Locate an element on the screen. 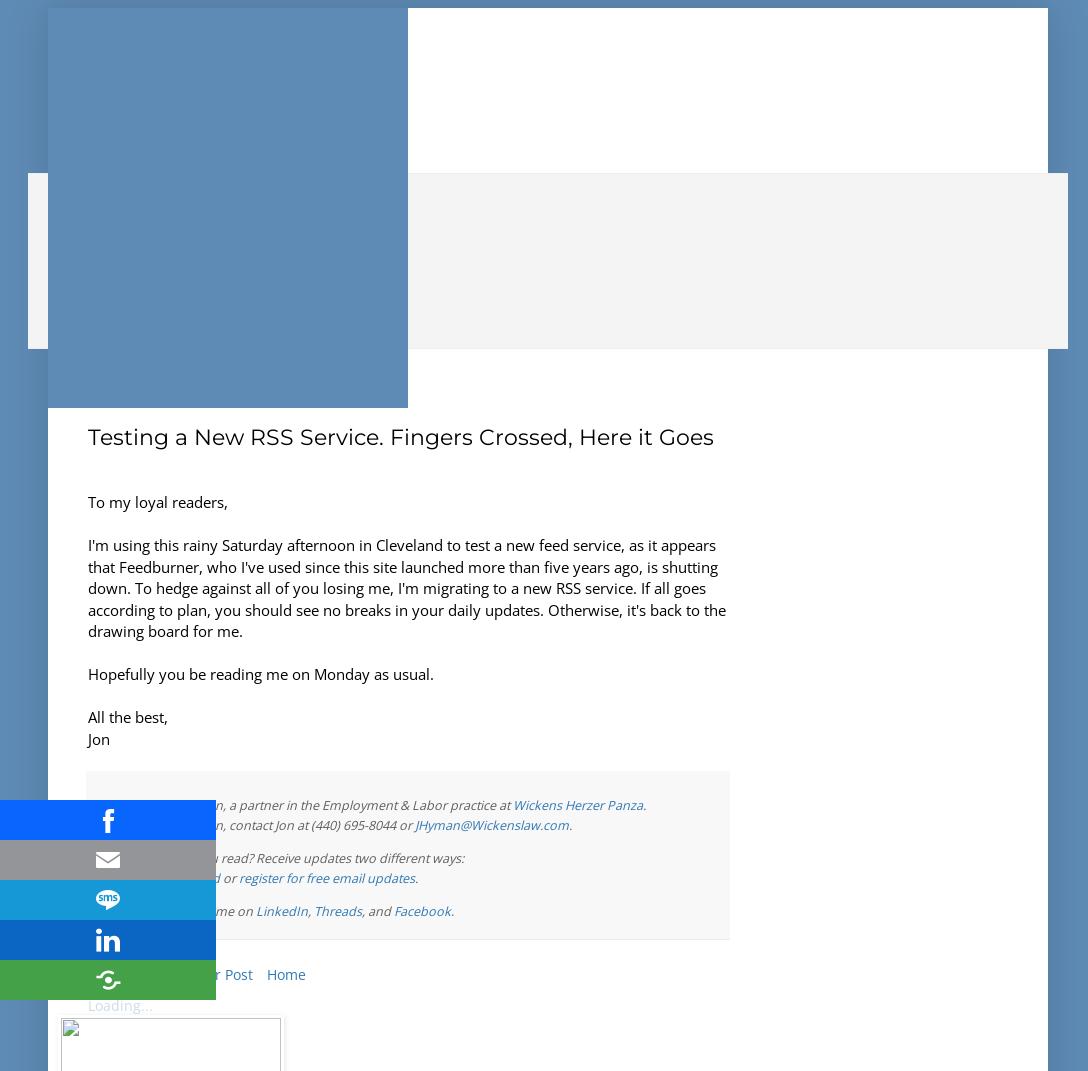  'register for free email updates' is located at coordinates (327, 877).